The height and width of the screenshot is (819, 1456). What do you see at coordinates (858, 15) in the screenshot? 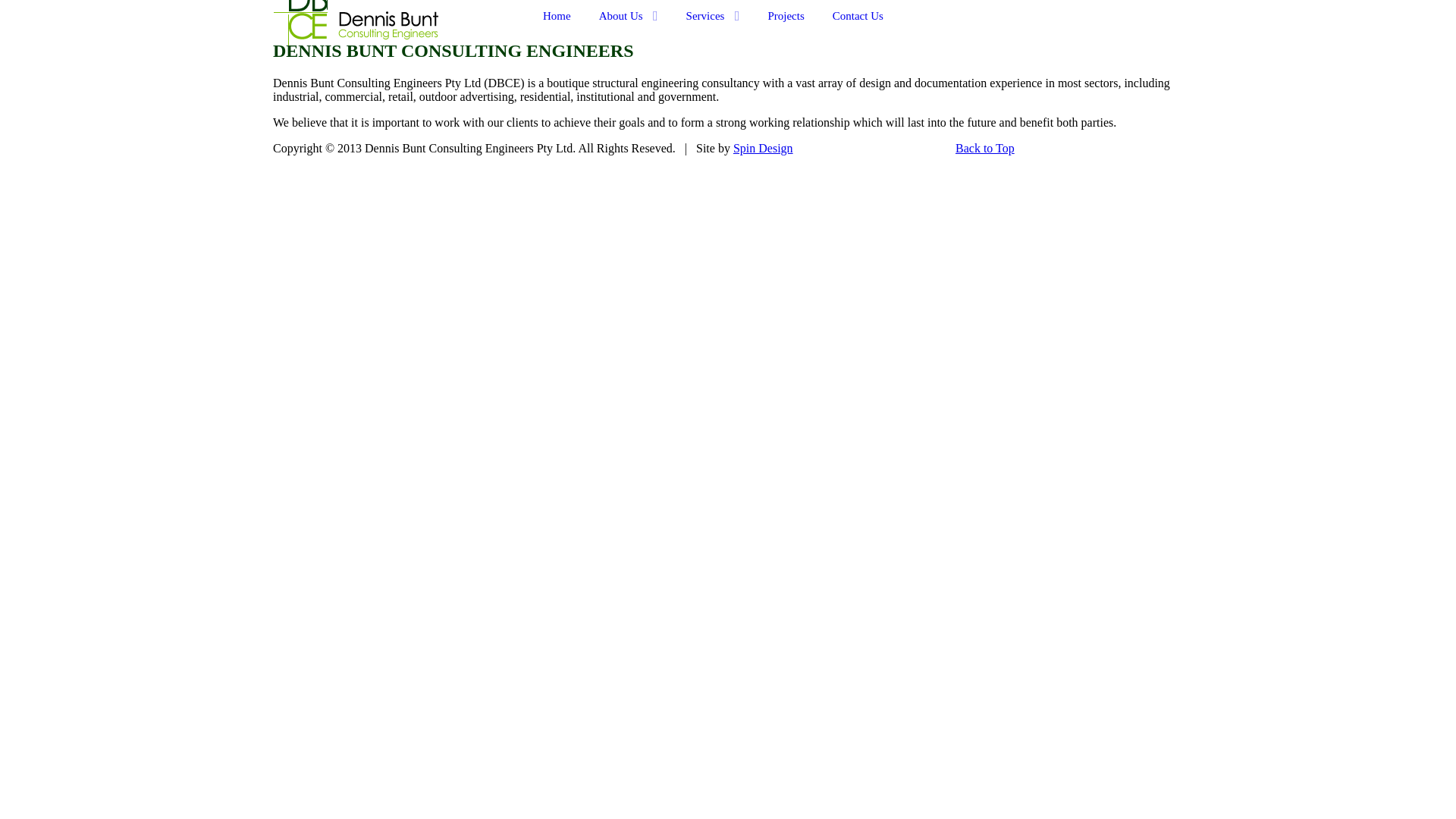
I see `'Contact Us'` at bounding box center [858, 15].